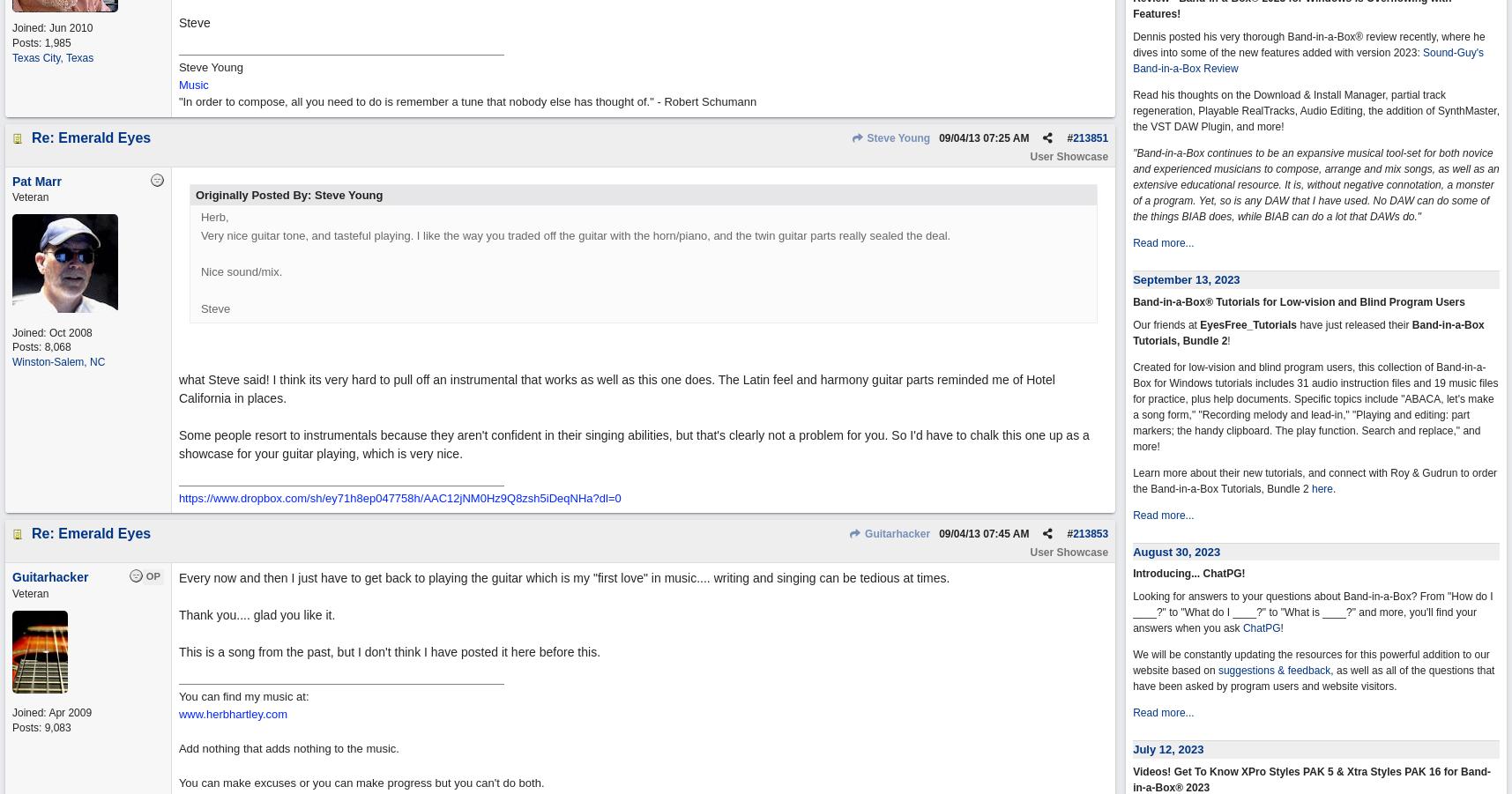  Describe the element at coordinates (1132, 184) in the screenshot. I see `'"Band-in-a-Box continues to be an expansive musical tool-set for both novice and experienced musicians to compose, arrange and mix songs, as well as an extensive educational resource. It is, without negative connotation, a monster of a program. Yet, so is any DAW that I have used. No DAW can do some of the things BIAB does, while BIAB can do a lot that DAWs do."'` at that location.